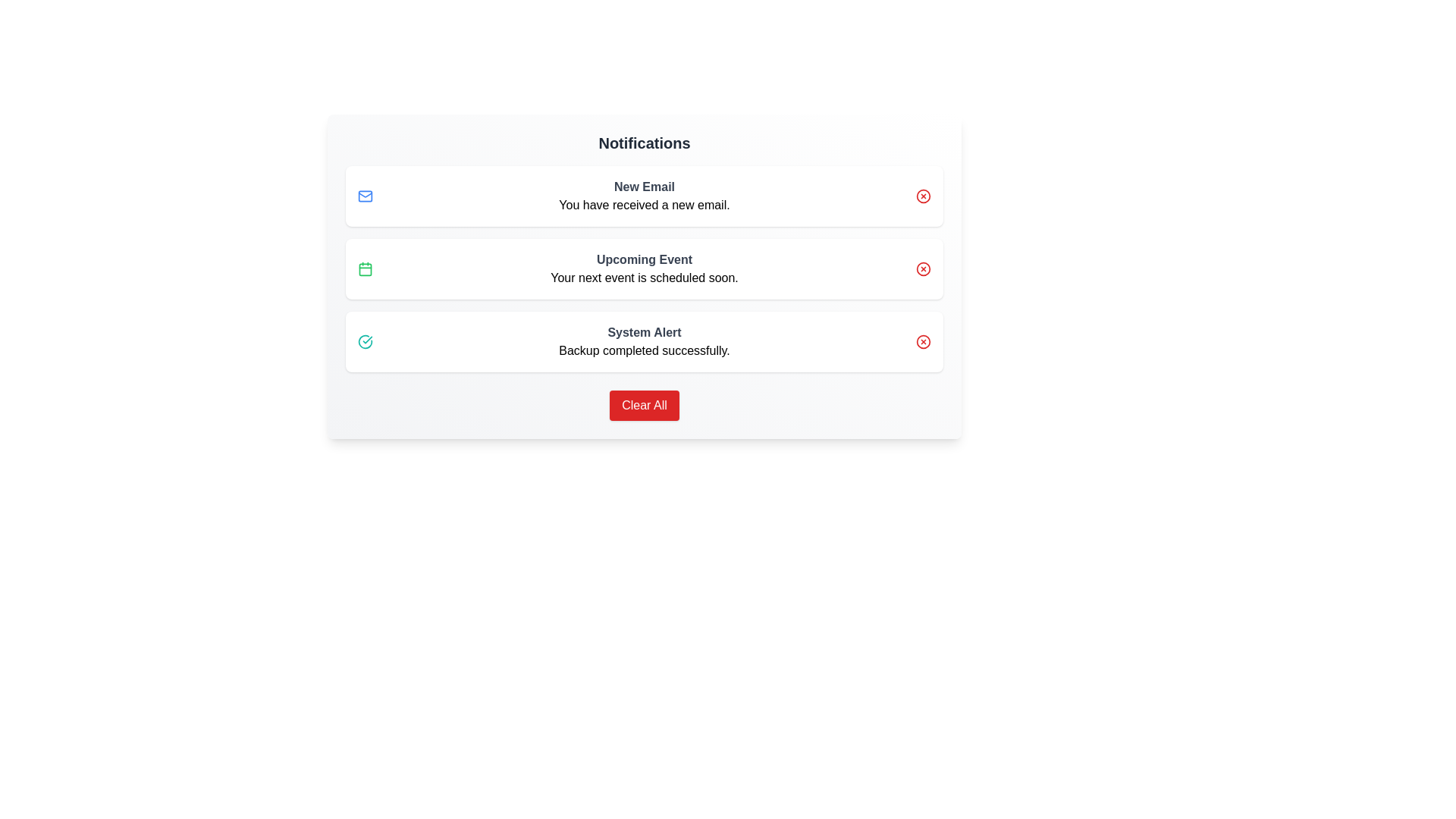  What do you see at coordinates (923, 268) in the screenshot?
I see `the Circle graphic within the SVG element that represents the cancel icon for the second notification in the list of 'Upcoming Event'` at bounding box center [923, 268].